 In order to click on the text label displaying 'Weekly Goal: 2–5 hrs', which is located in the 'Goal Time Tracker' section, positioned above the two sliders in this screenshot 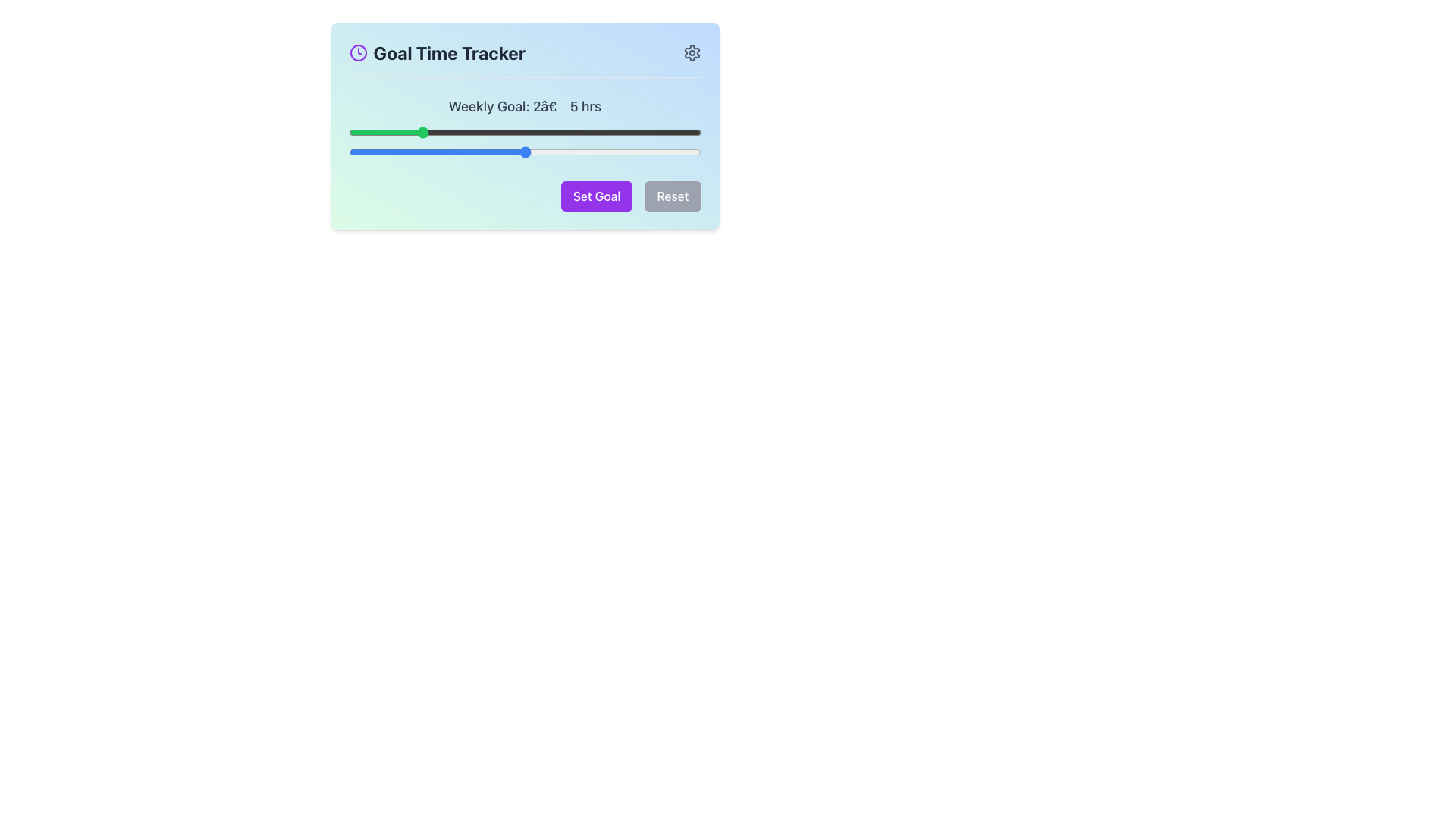, I will do `click(525, 106)`.